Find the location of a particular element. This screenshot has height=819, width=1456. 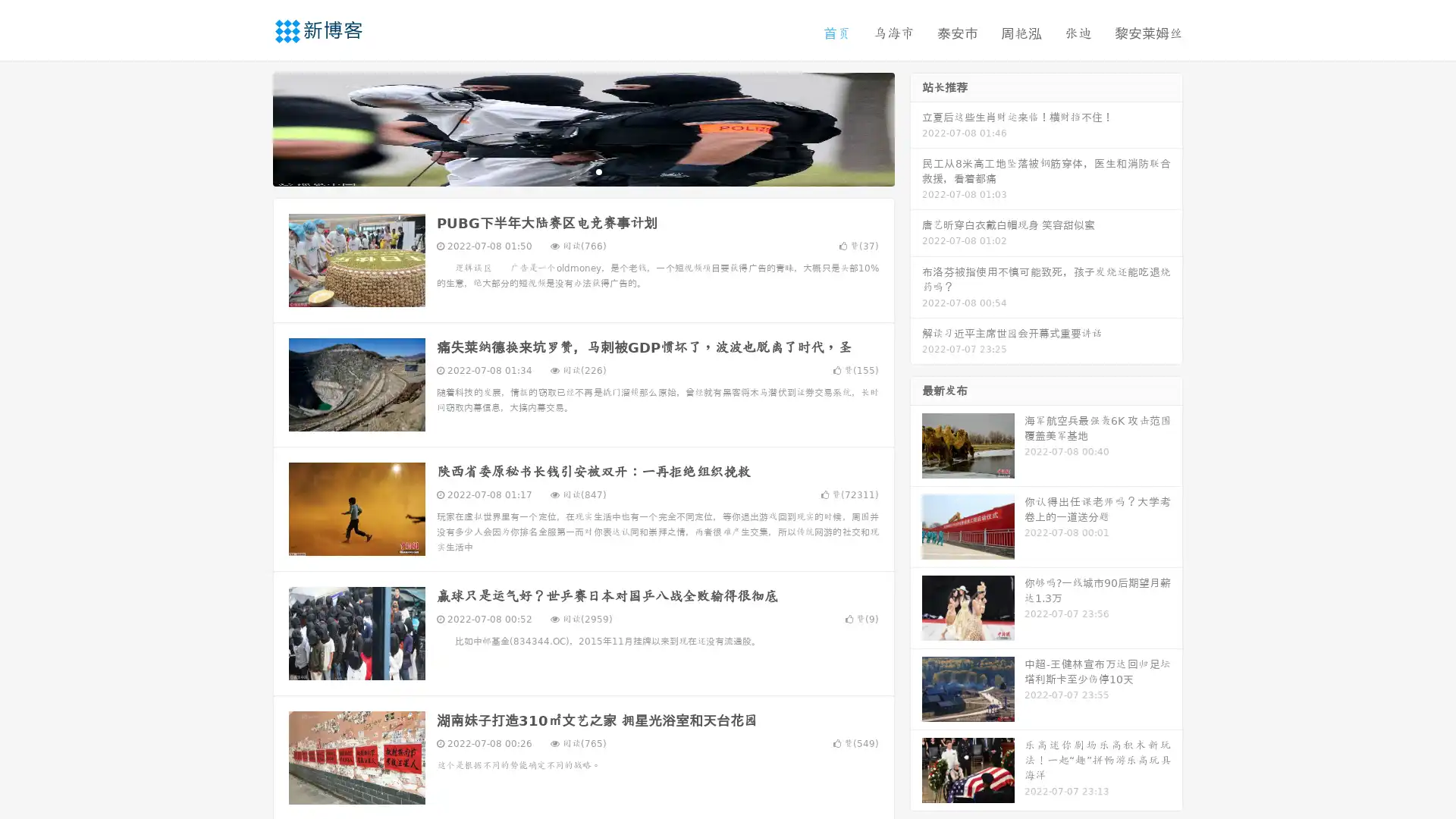

Go to slide 3 is located at coordinates (598, 171).